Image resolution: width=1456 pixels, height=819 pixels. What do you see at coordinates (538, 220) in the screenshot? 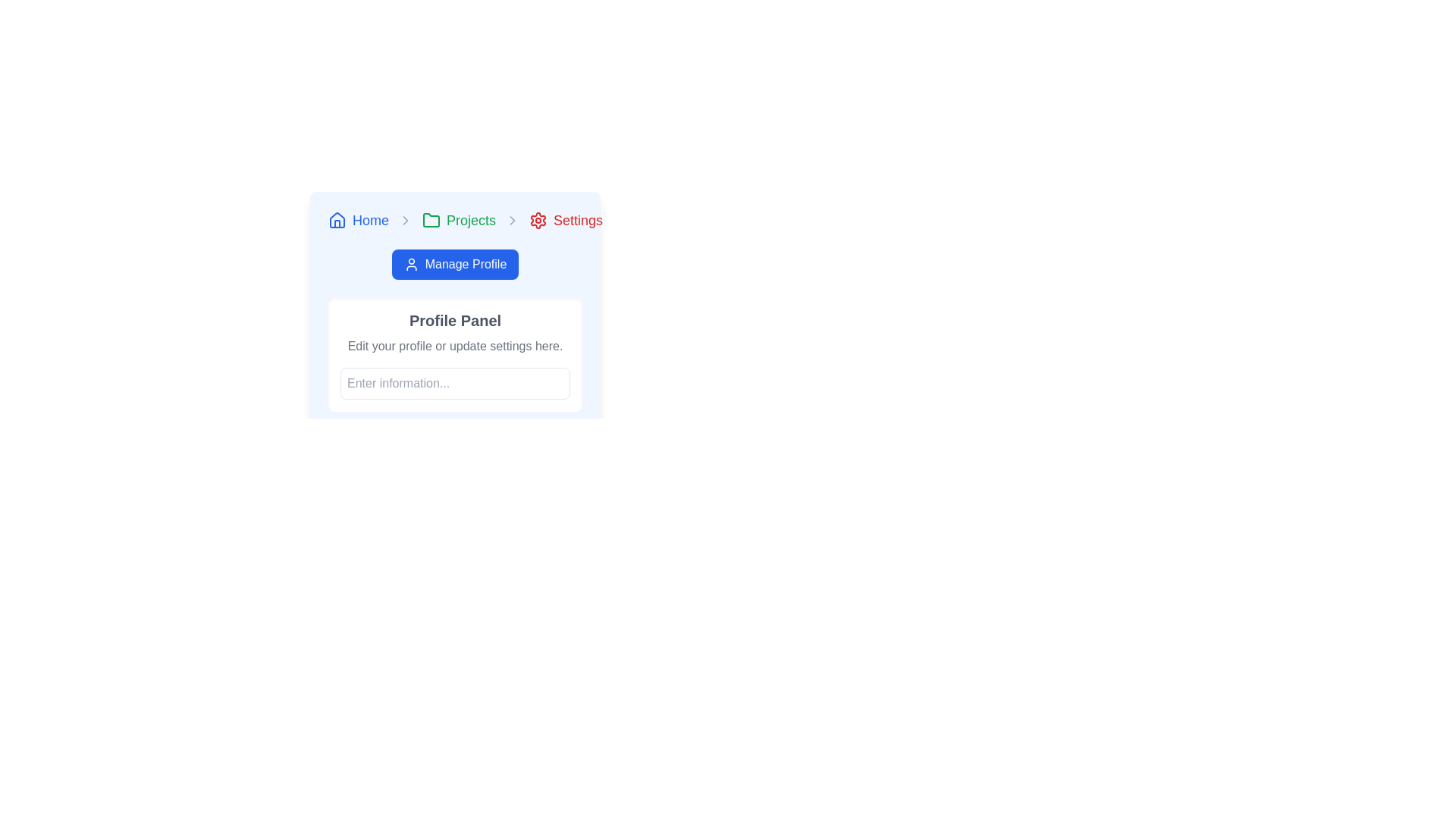
I see `the gear-like icon representing settings, which is red in color and located next to the 'Settings' text in the breadcrumb navigation` at bounding box center [538, 220].